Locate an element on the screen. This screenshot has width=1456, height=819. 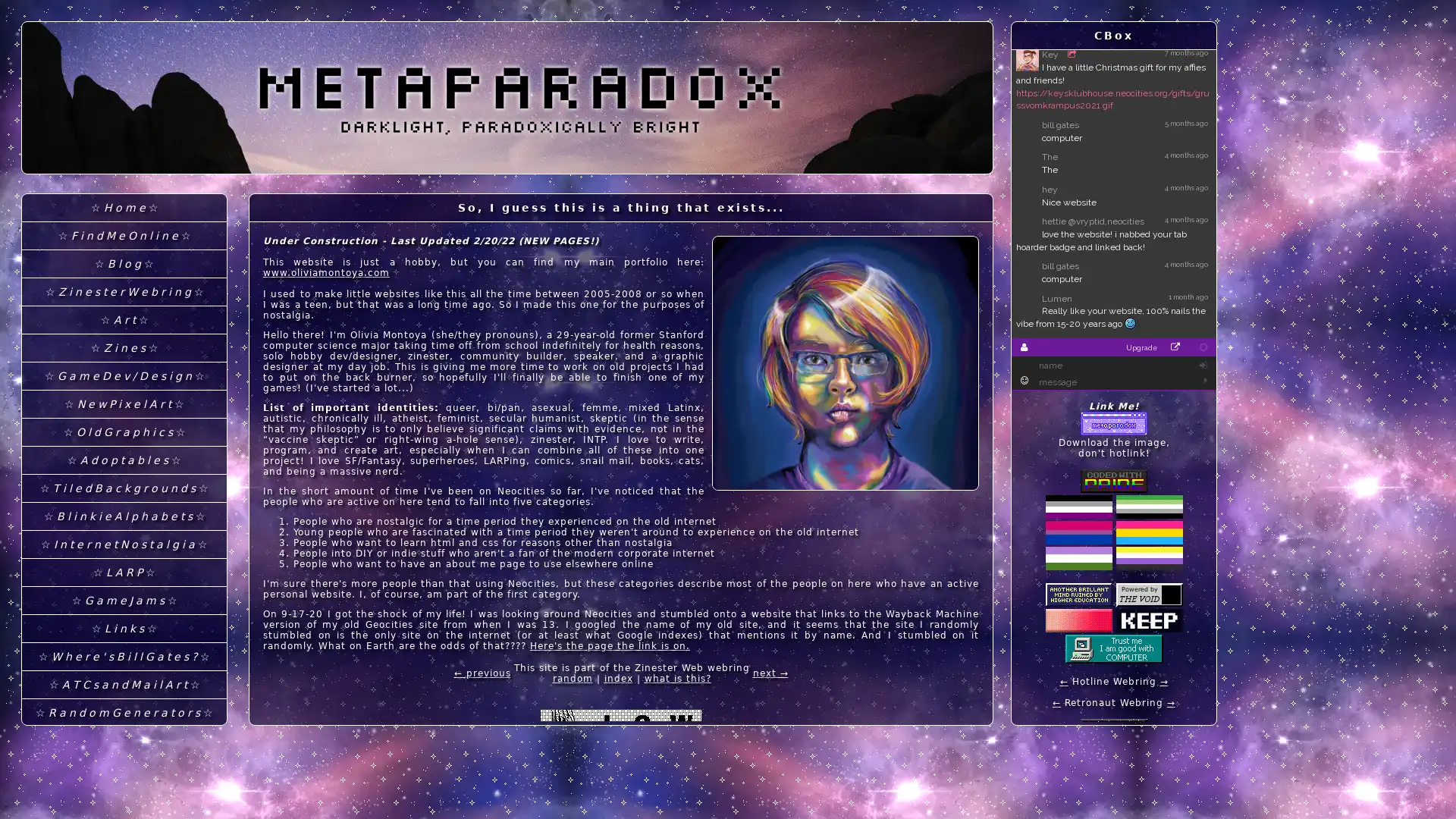
Z i n e s is located at coordinates (124, 348).